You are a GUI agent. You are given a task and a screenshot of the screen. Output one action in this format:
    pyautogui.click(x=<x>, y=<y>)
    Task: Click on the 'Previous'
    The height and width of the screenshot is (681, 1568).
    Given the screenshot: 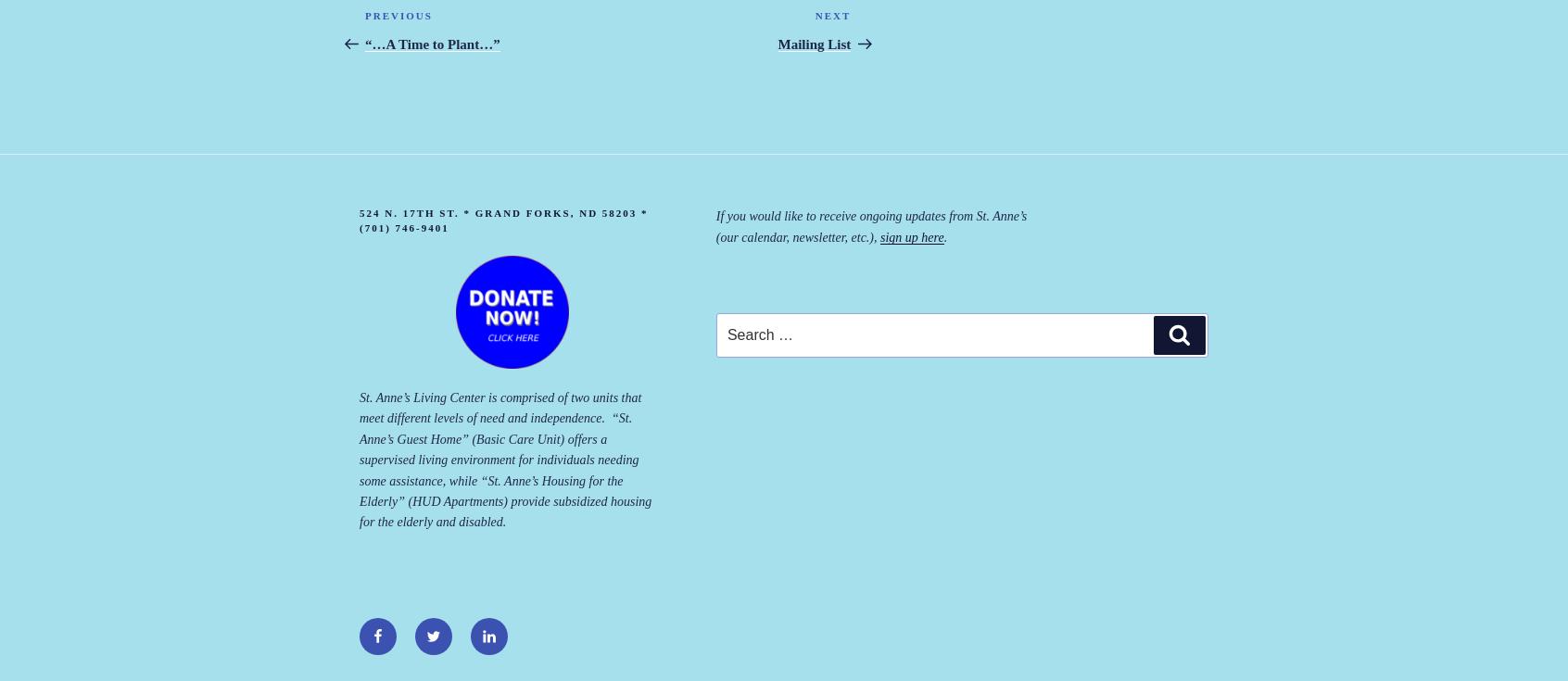 What is the action you would take?
    pyautogui.click(x=397, y=14)
    